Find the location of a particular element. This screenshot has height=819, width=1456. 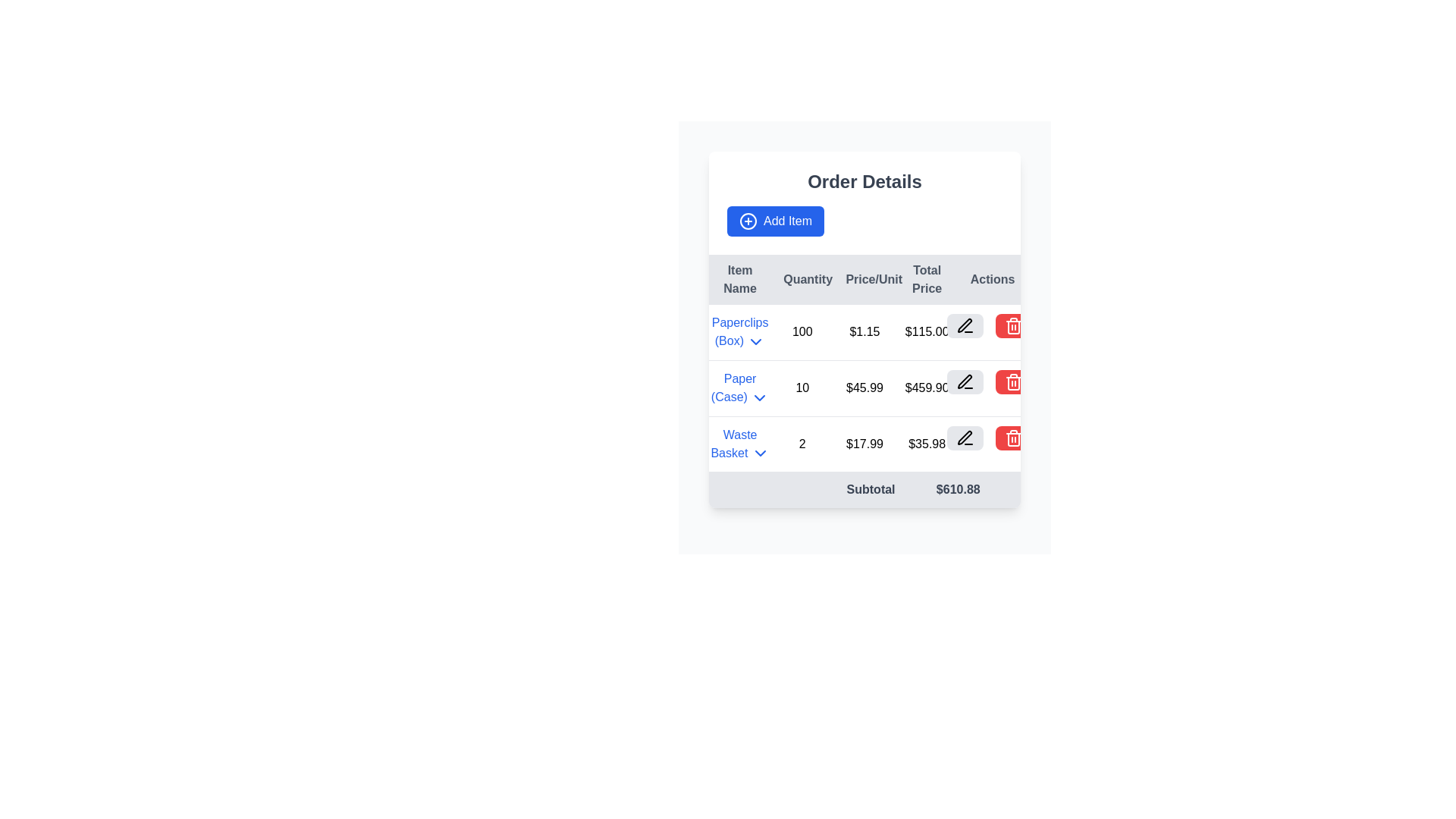

text content of the Text Display with Summary Information showing 'Subtotal' and the value '$610.88', which is located at the bottom of the table layout is located at coordinates (864, 490).